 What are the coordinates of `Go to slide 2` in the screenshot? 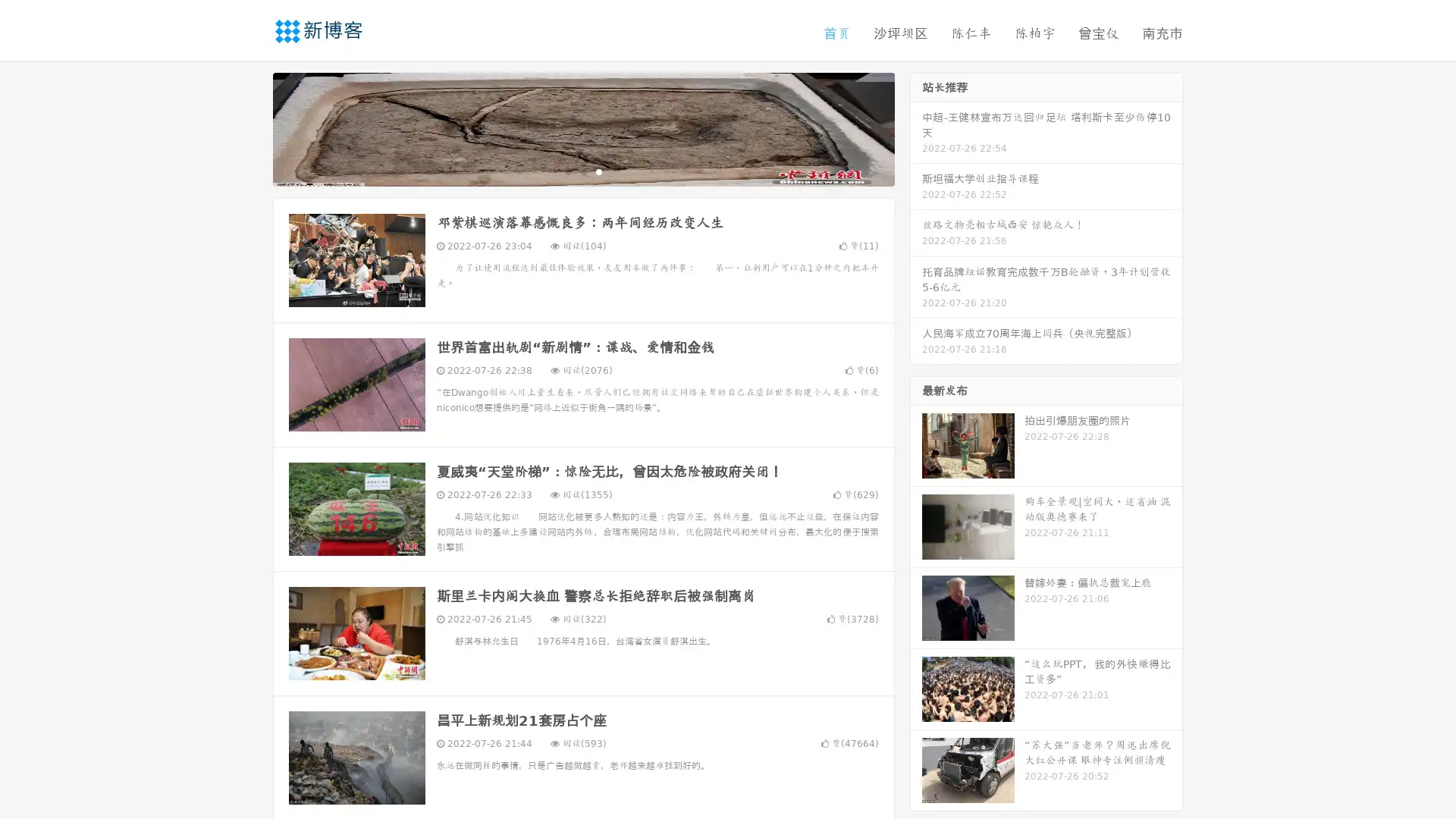 It's located at (582, 171).